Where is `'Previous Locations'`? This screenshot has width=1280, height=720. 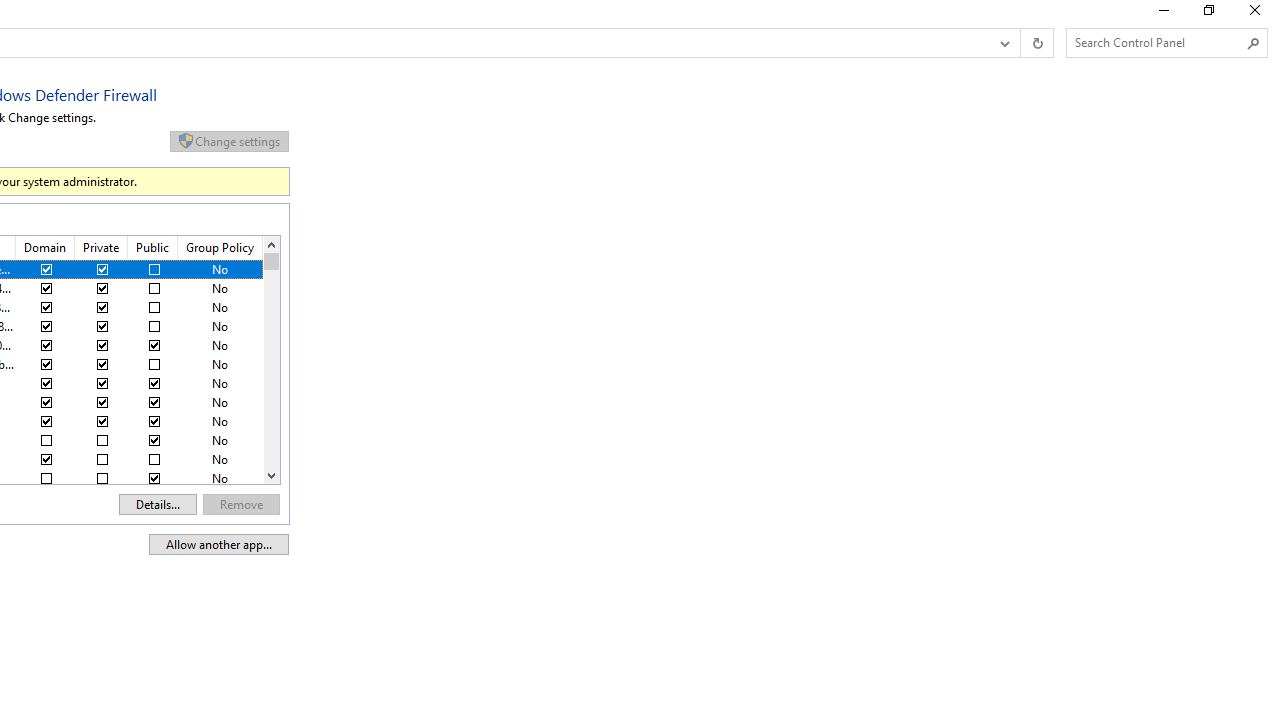 'Previous Locations' is located at coordinates (1003, 43).